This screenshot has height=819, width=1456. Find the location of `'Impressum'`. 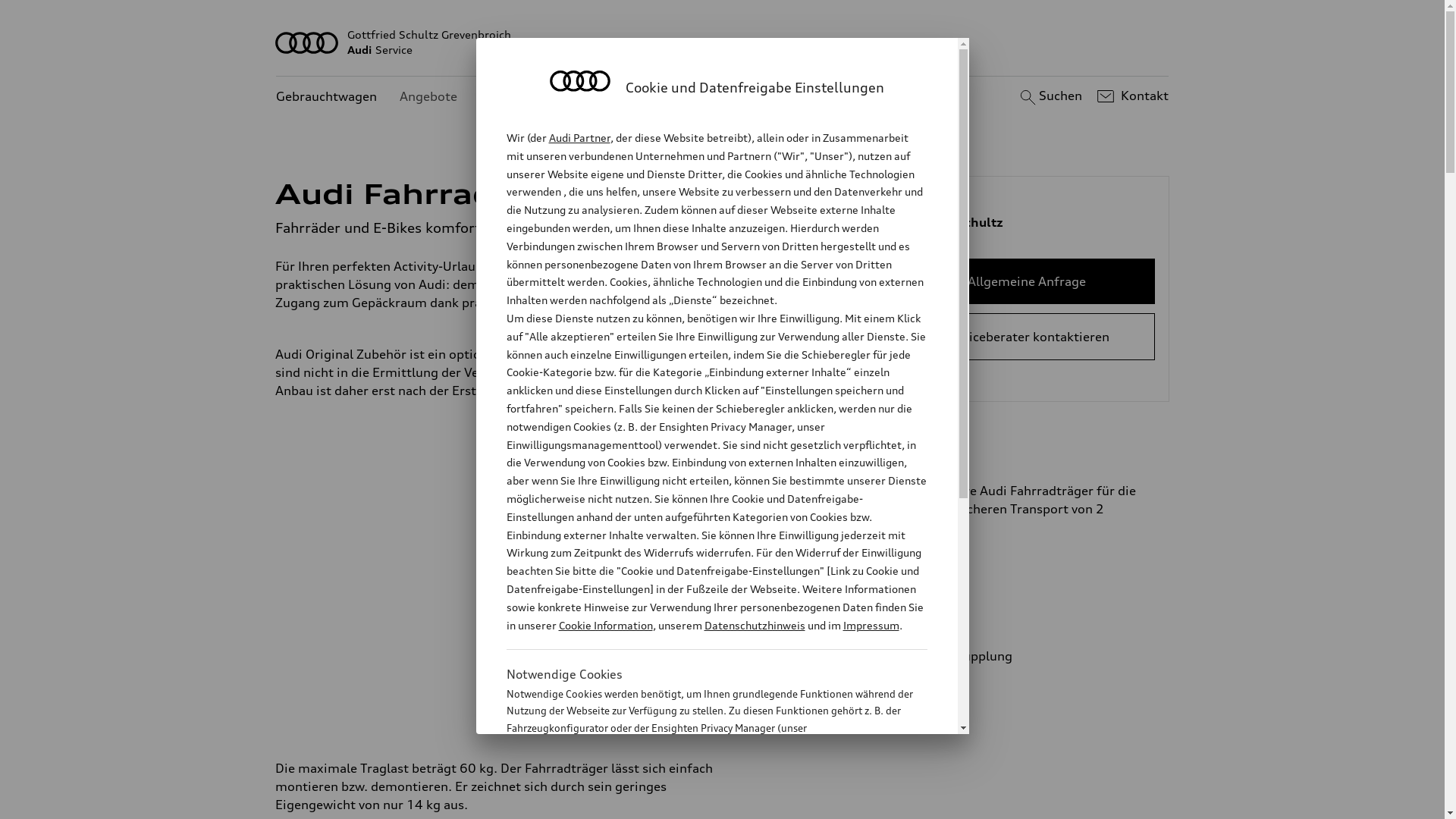

'Impressum' is located at coordinates (871, 625).